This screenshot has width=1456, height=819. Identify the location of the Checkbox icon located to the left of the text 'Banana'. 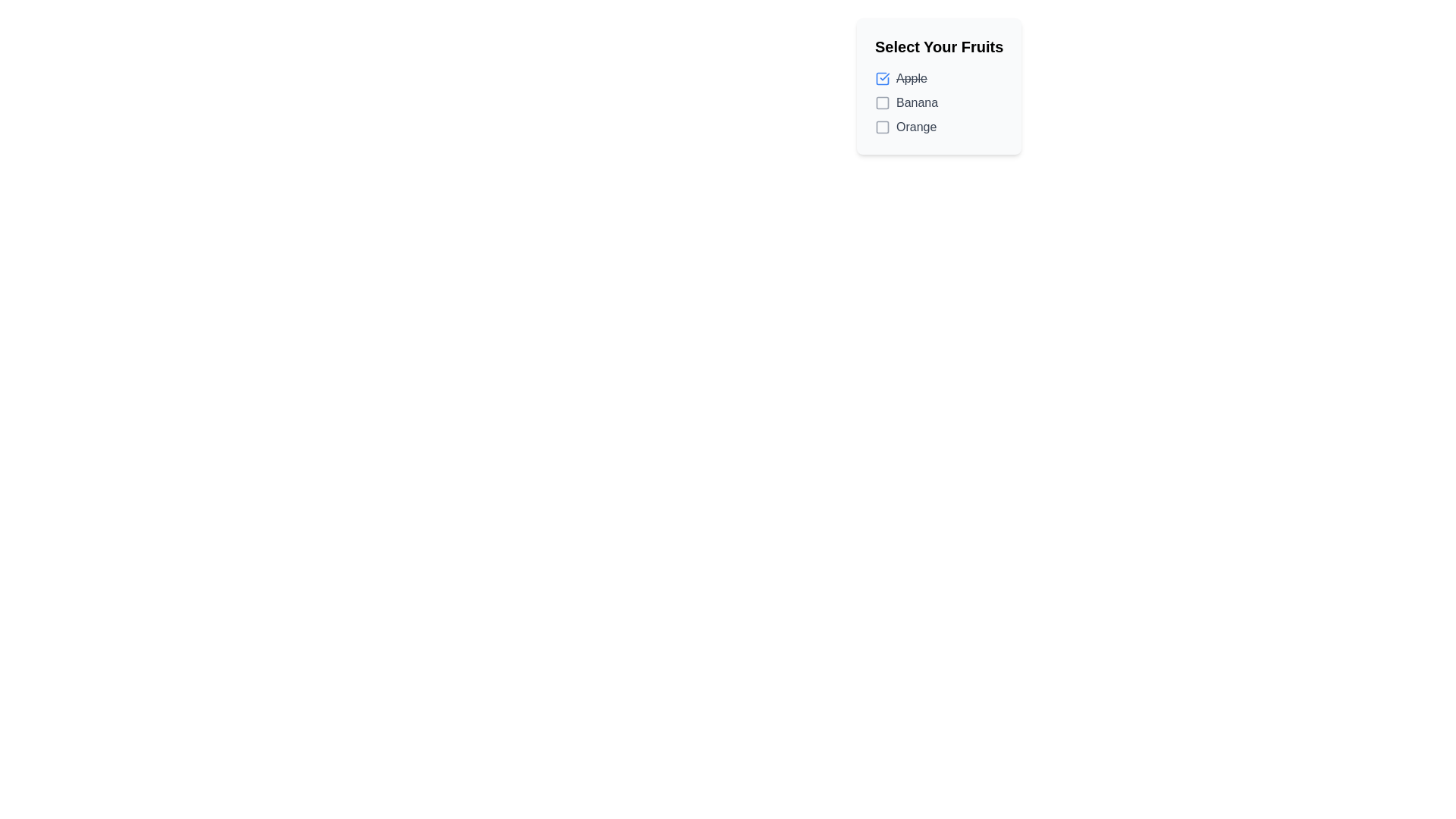
(882, 102).